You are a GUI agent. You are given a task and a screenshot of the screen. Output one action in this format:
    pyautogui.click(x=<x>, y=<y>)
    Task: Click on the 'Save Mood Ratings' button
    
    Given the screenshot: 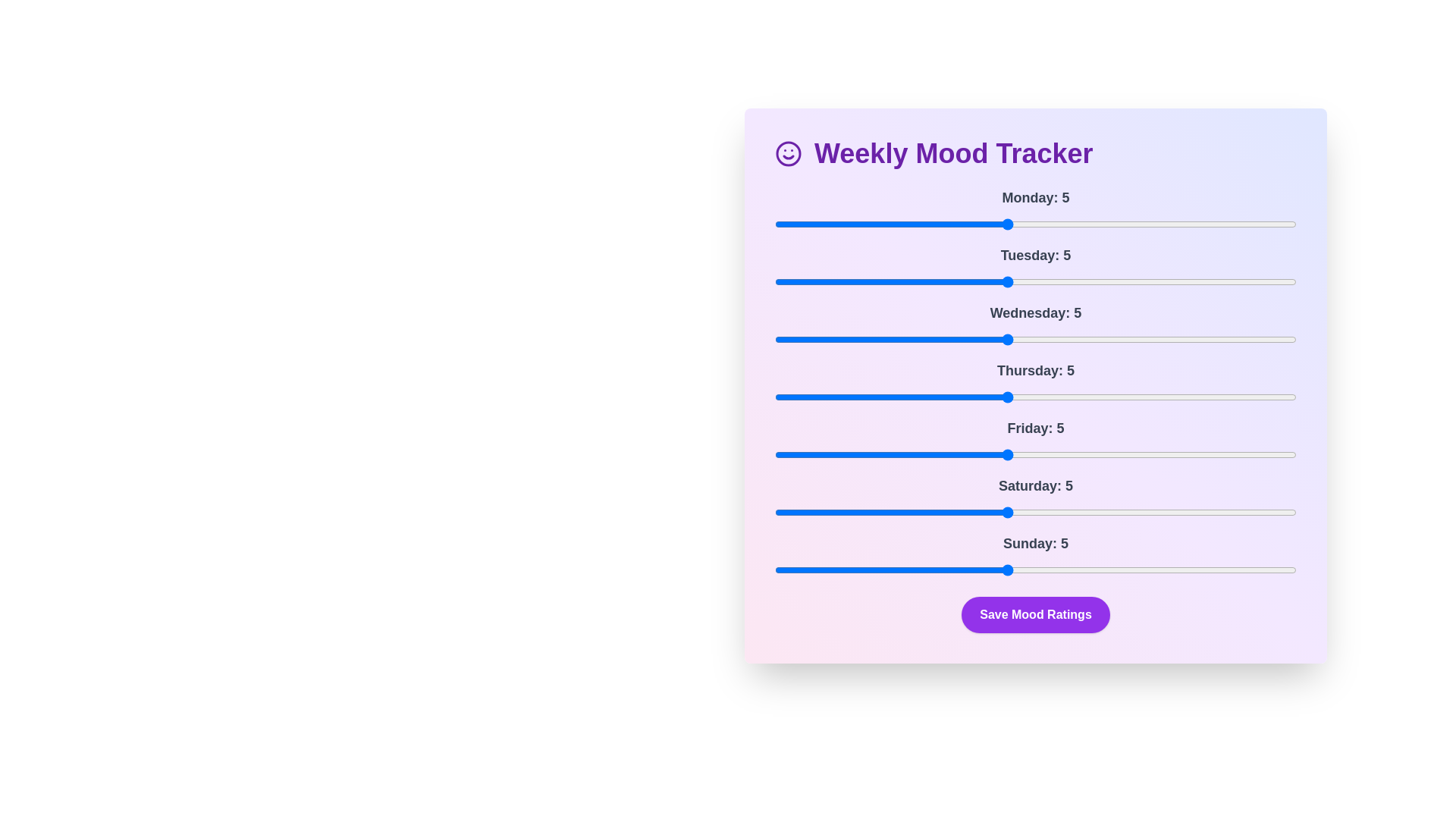 What is the action you would take?
    pyautogui.click(x=1035, y=614)
    